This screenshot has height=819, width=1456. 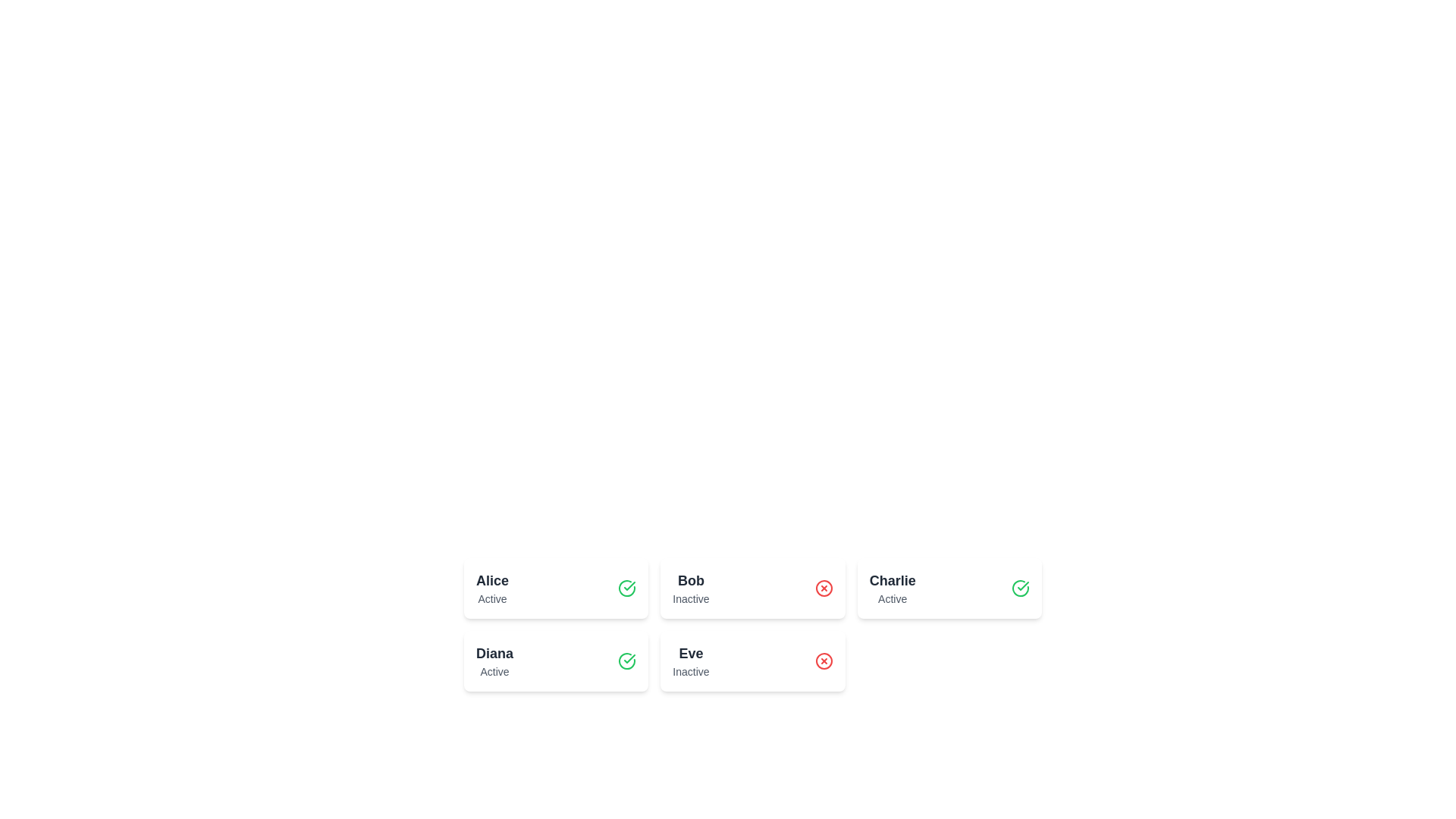 I want to click on status text element indicating Bob's activity level, which is positioned directly beneath the name 'Bob' in the user status grid, so click(x=690, y=598).